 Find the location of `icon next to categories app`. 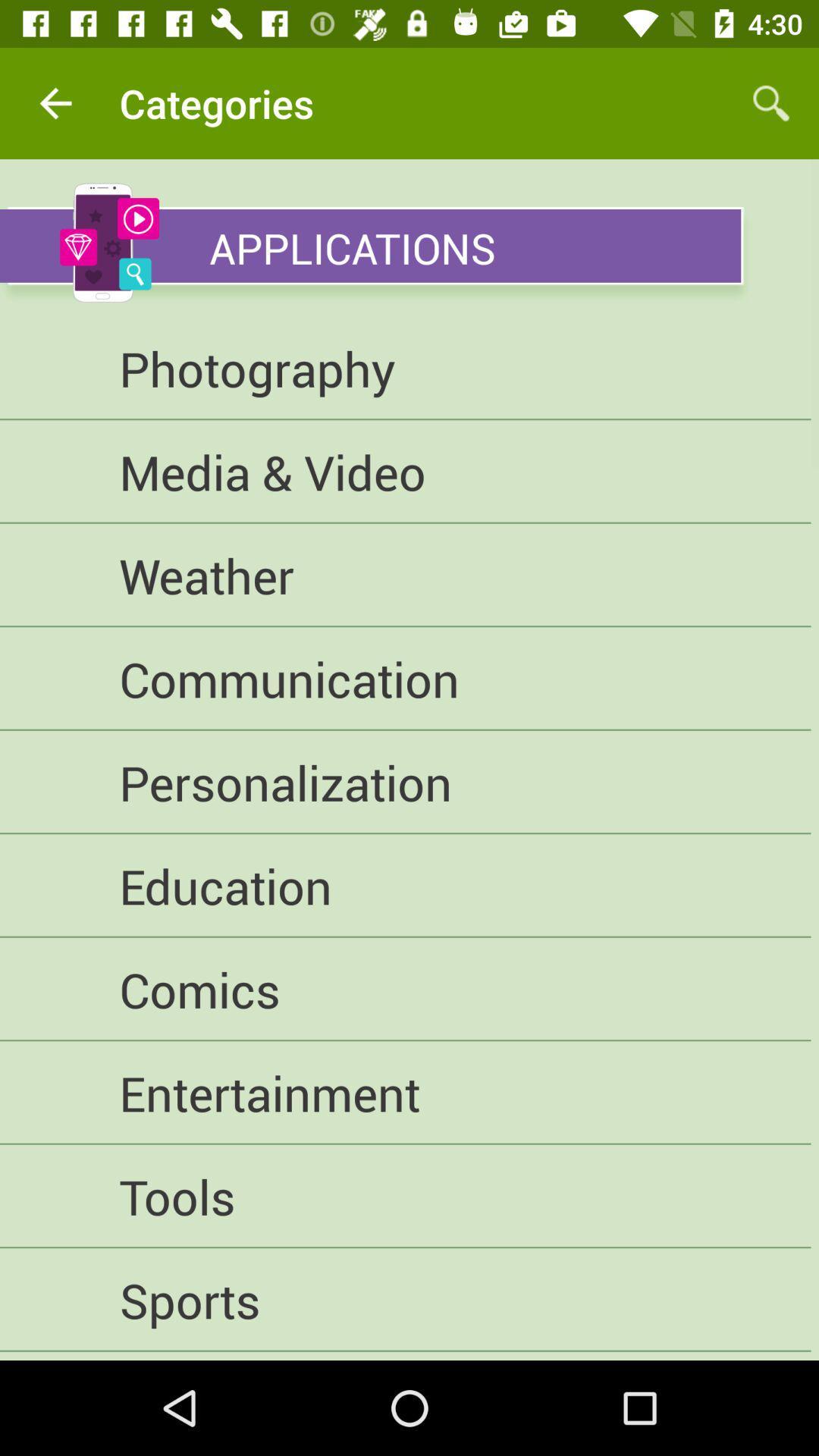

icon next to categories app is located at coordinates (55, 102).